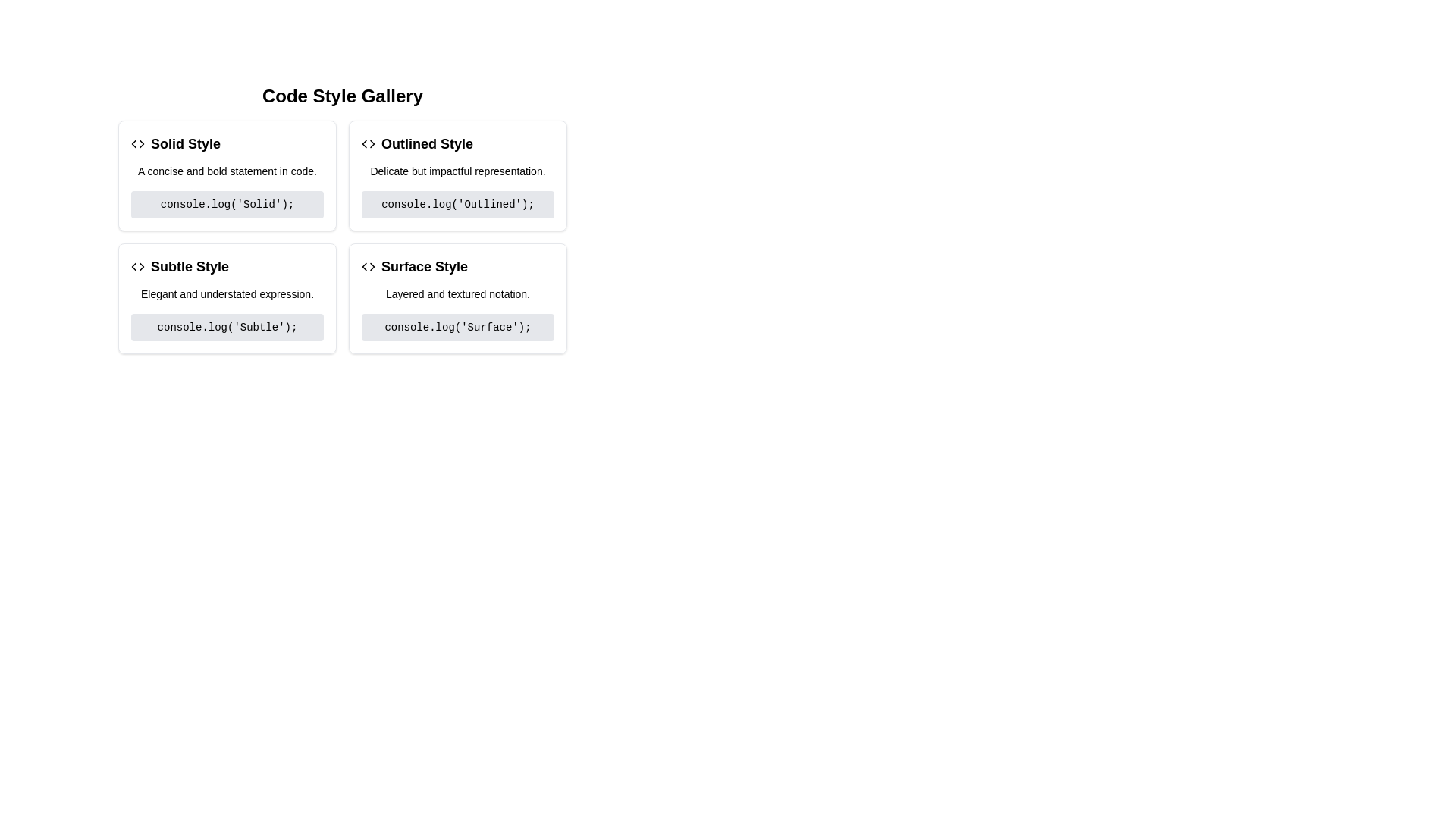 Image resolution: width=1456 pixels, height=819 pixels. What do you see at coordinates (226, 298) in the screenshot?
I see `the Static content card titled 'Subtle Style', which contains the subtitle 'Elegant and understated expression.' and a code snippet 'console.log('Subtle');'. This card is the third in a grid layout of four cards, located in the bottom-left corner` at bounding box center [226, 298].